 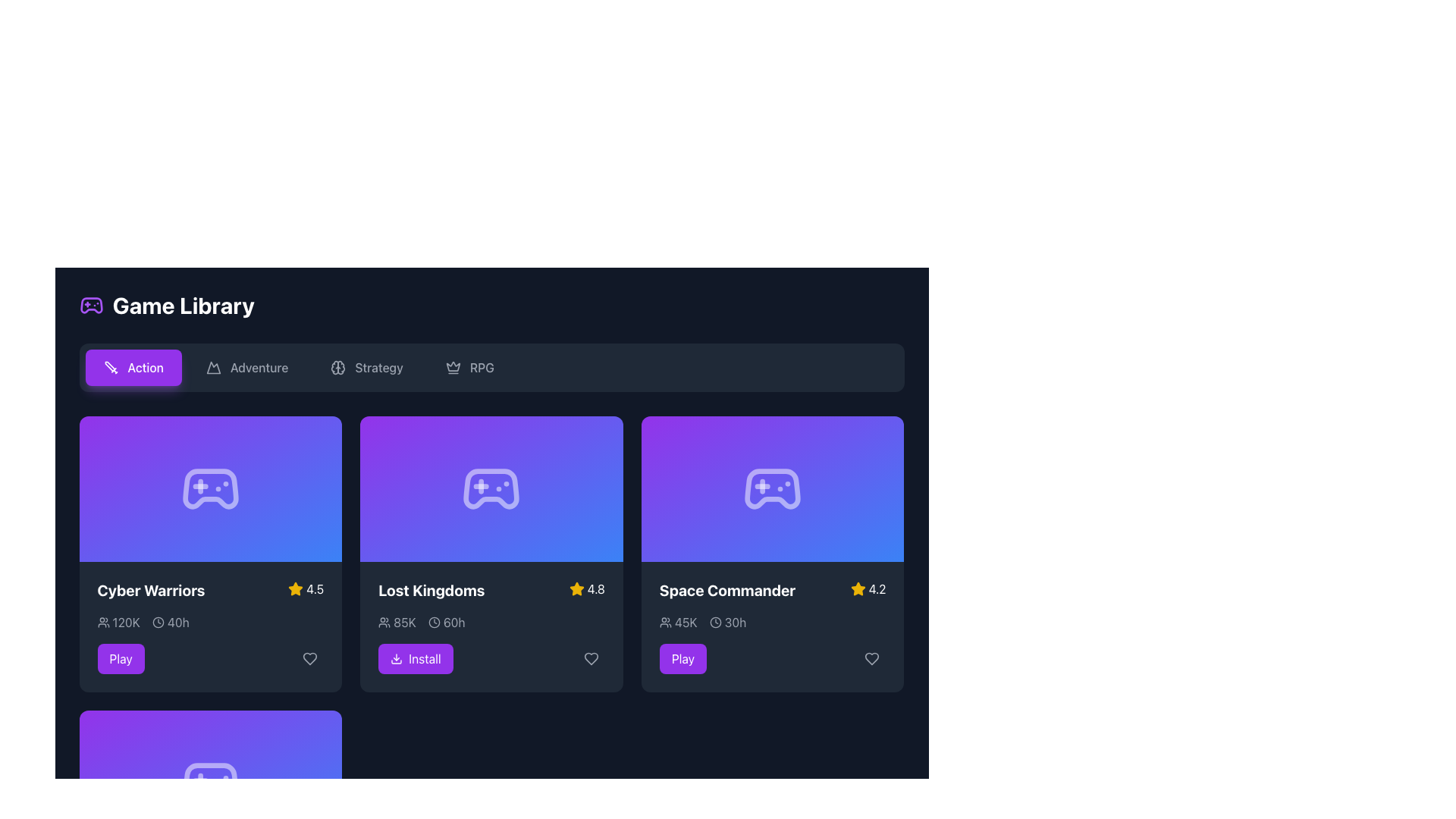 I want to click on the 'like' button located in the bottom-right corner of the 'Cyber Warriors' card to change its color, so click(x=309, y=657).